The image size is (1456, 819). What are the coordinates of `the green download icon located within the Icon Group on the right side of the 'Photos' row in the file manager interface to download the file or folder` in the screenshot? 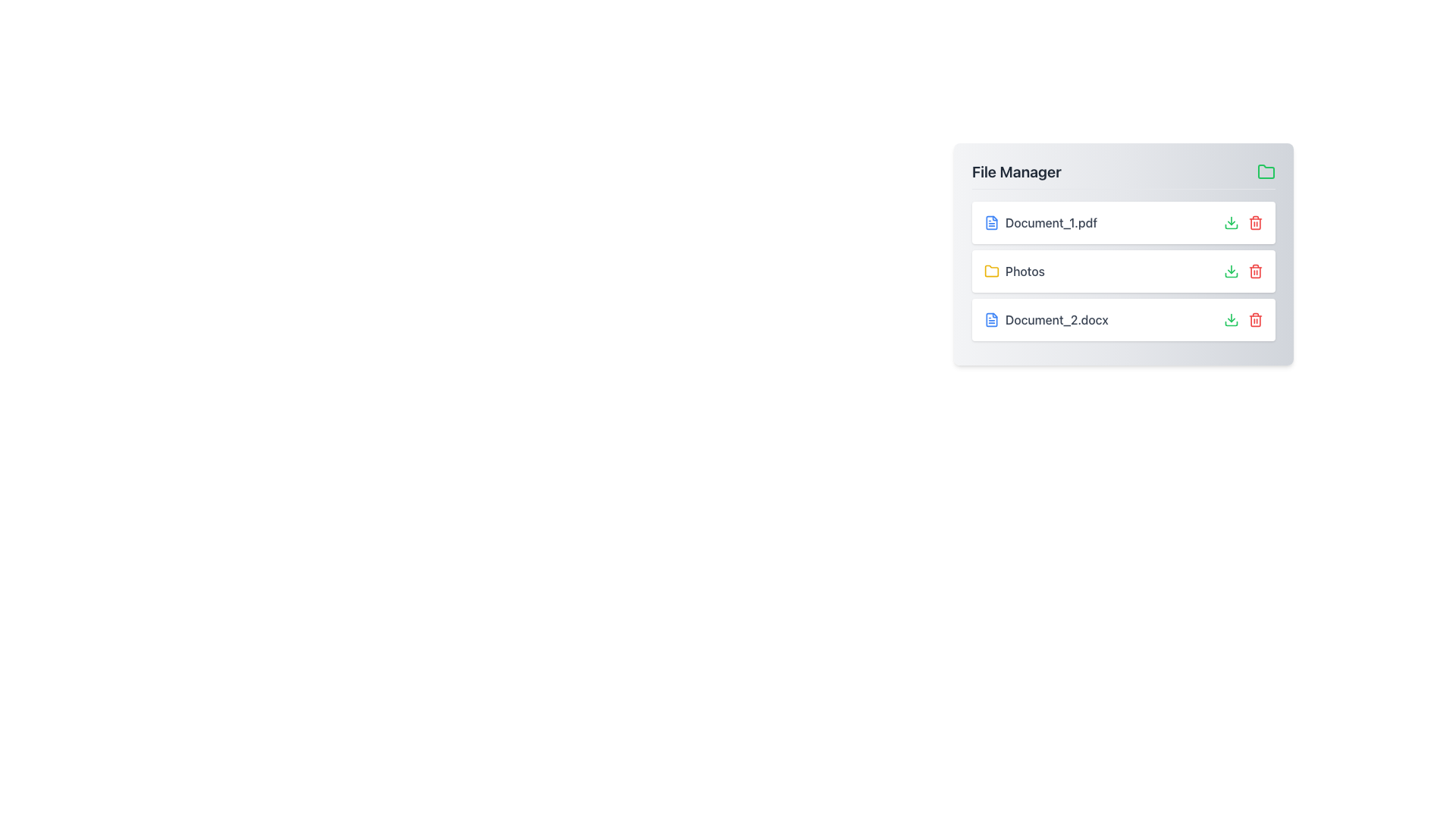 It's located at (1244, 271).